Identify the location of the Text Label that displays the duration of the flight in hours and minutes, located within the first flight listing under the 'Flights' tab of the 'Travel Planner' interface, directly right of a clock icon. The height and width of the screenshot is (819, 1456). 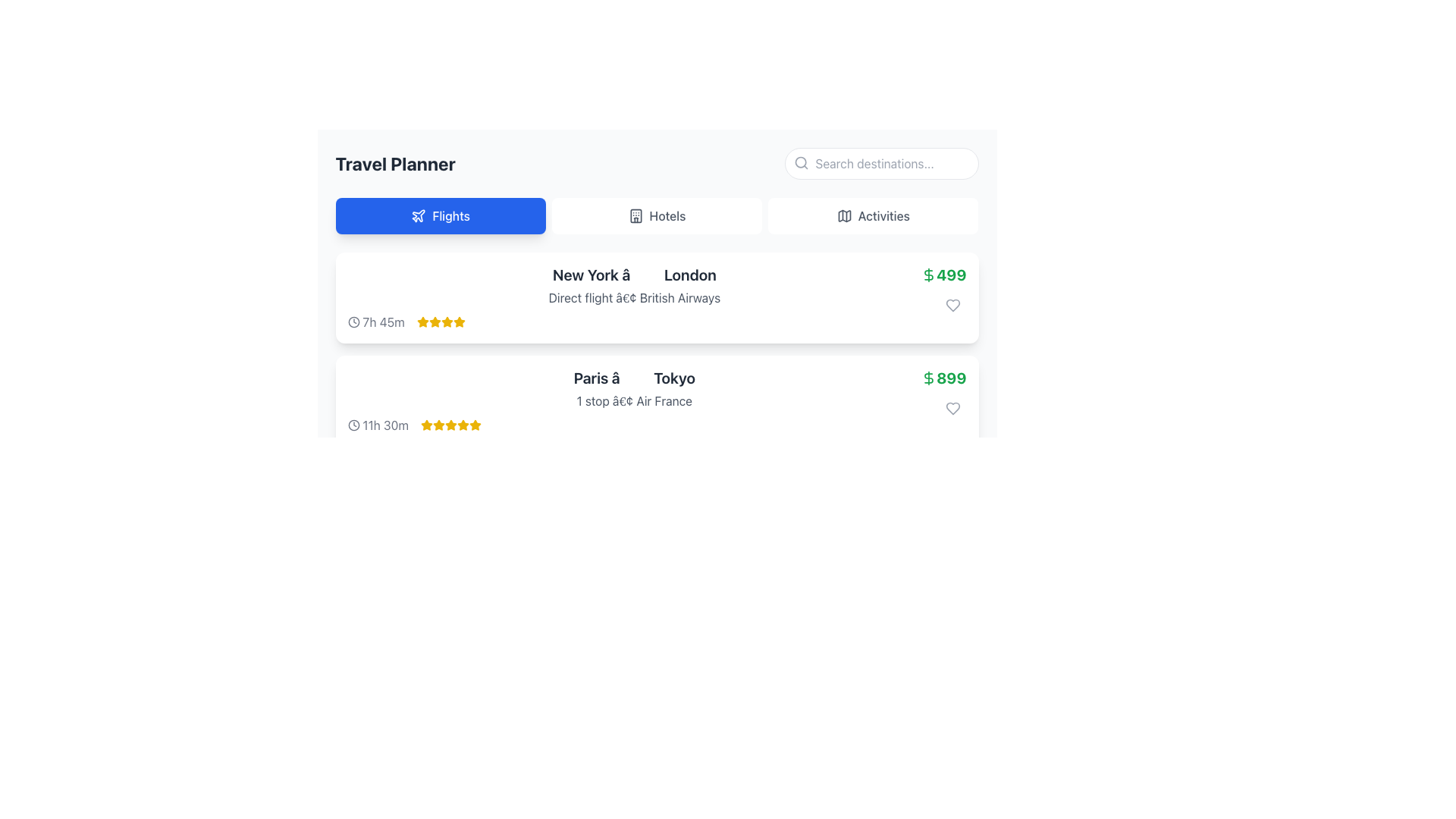
(384, 321).